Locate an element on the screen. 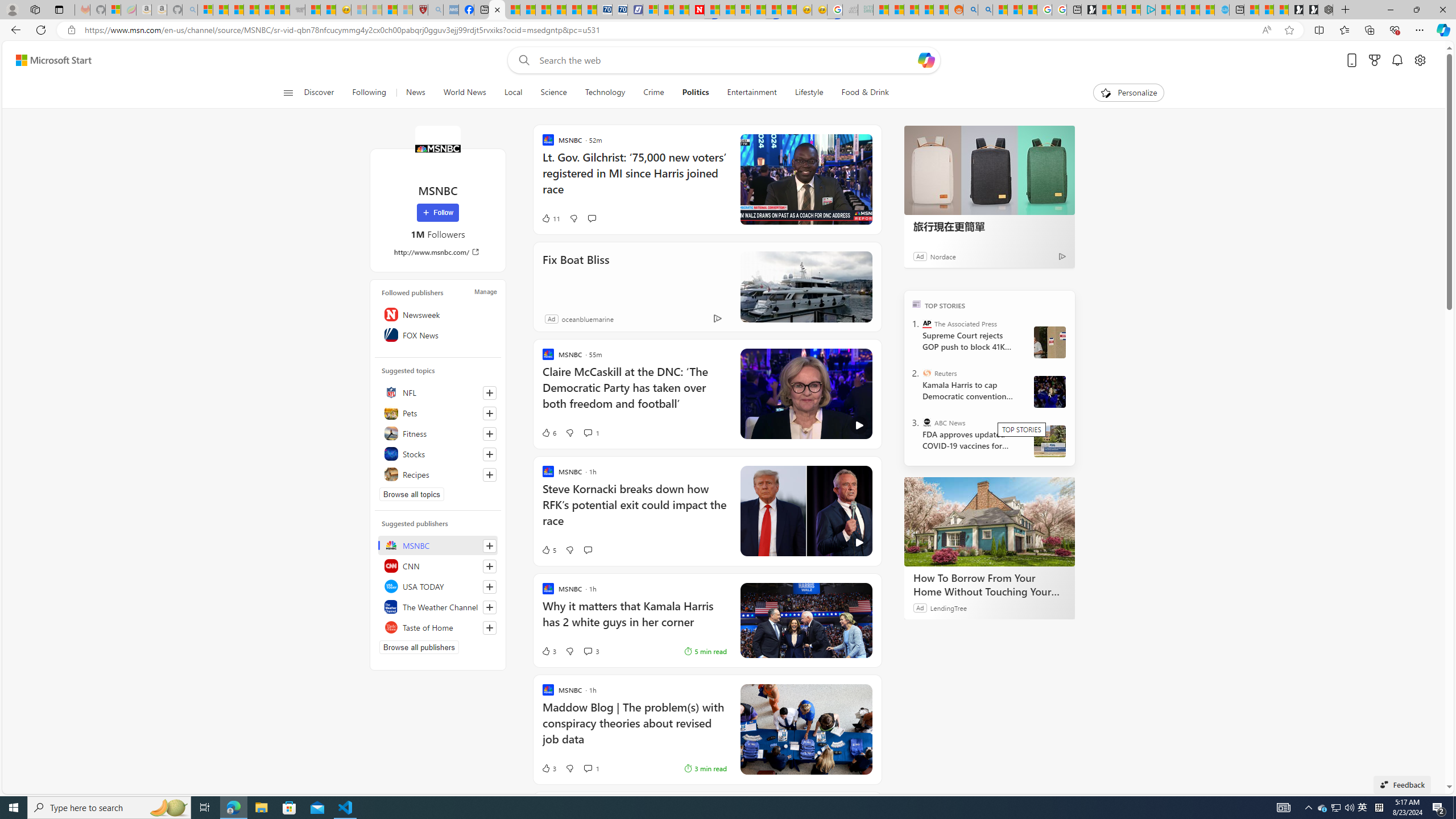  'NFL' is located at coordinates (438, 392).